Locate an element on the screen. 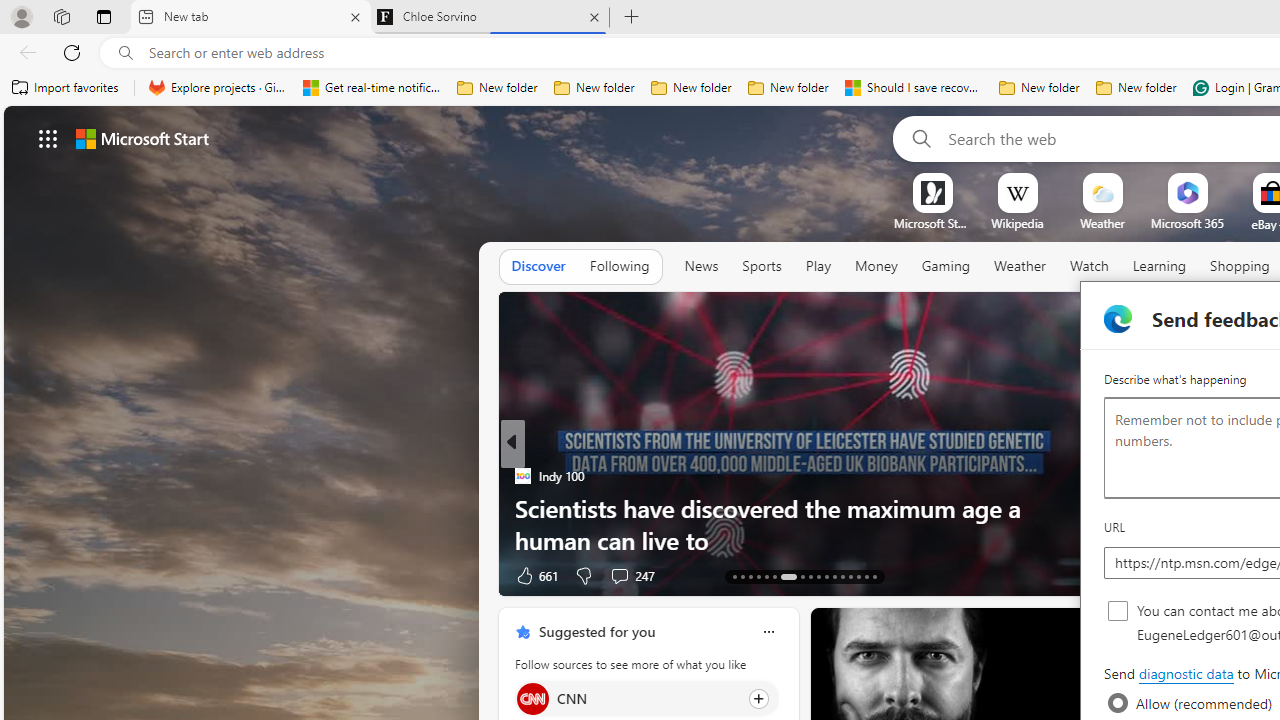 This screenshot has height=720, width=1280. 'AutomationID: tab-39' is located at coordinates (850, 577).